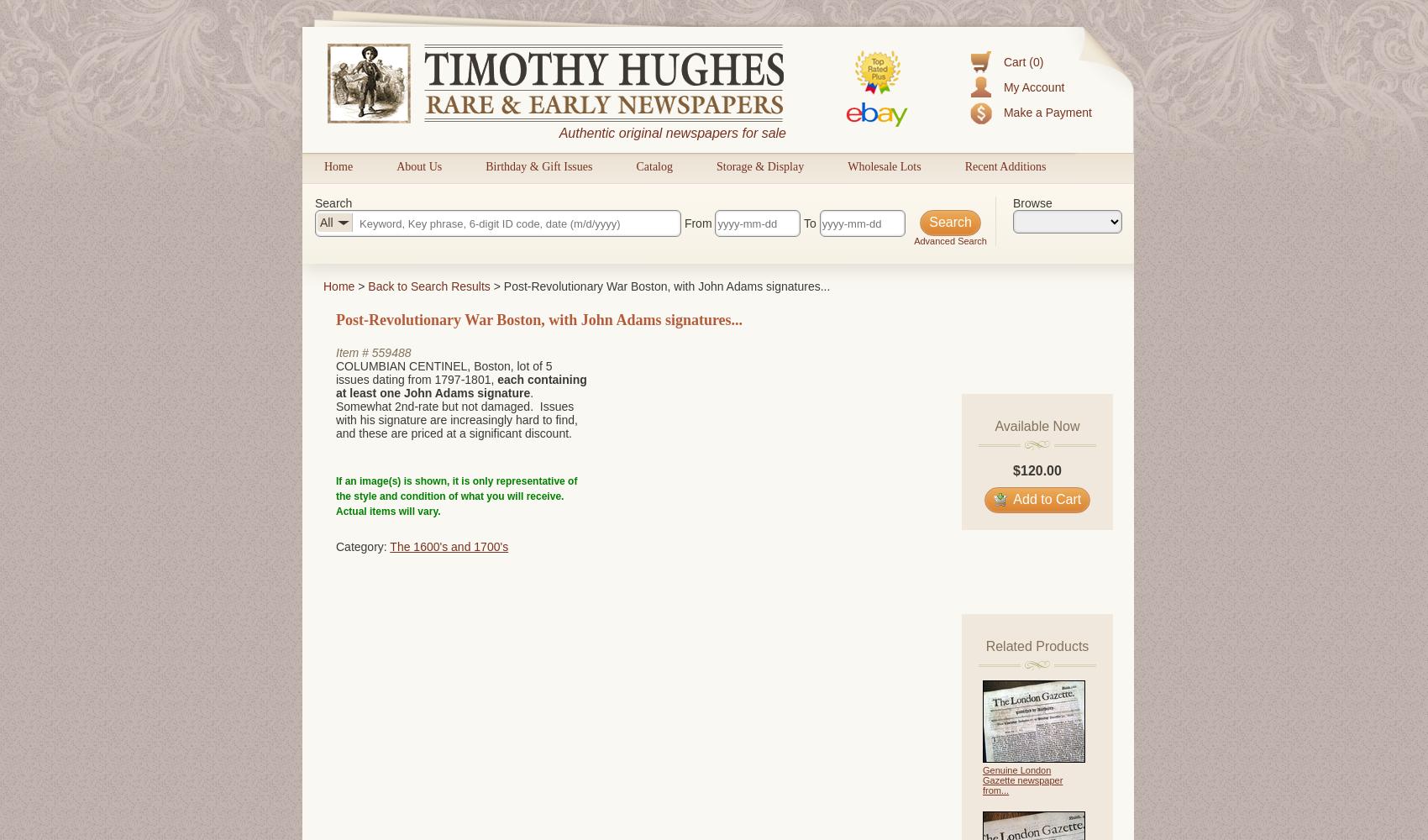 Image resolution: width=1428 pixels, height=840 pixels. What do you see at coordinates (671, 133) in the screenshot?
I see `'Authentic original newspapers for sale'` at bounding box center [671, 133].